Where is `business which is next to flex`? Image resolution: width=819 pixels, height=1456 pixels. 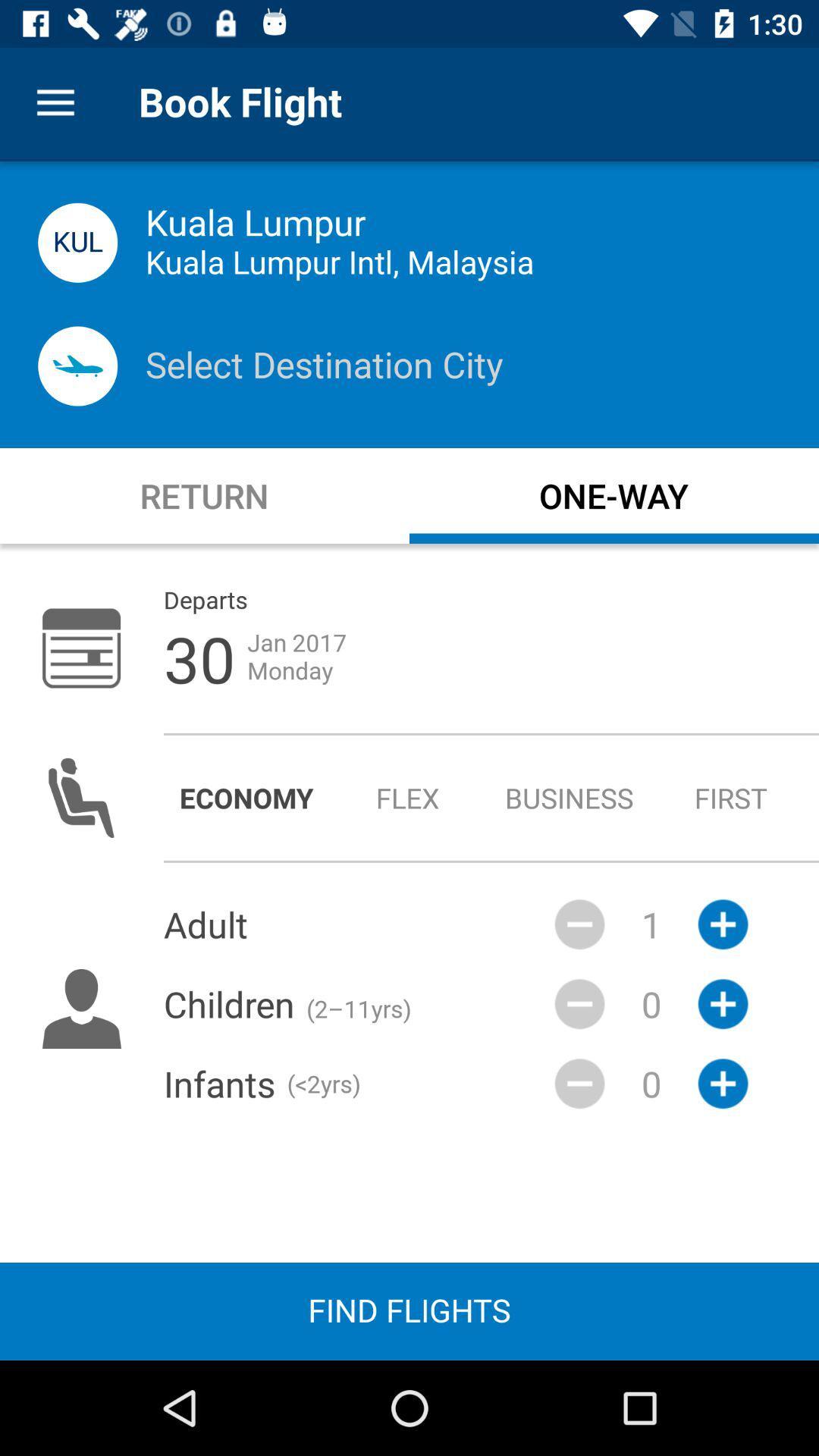 business which is next to flex is located at coordinates (570, 797).